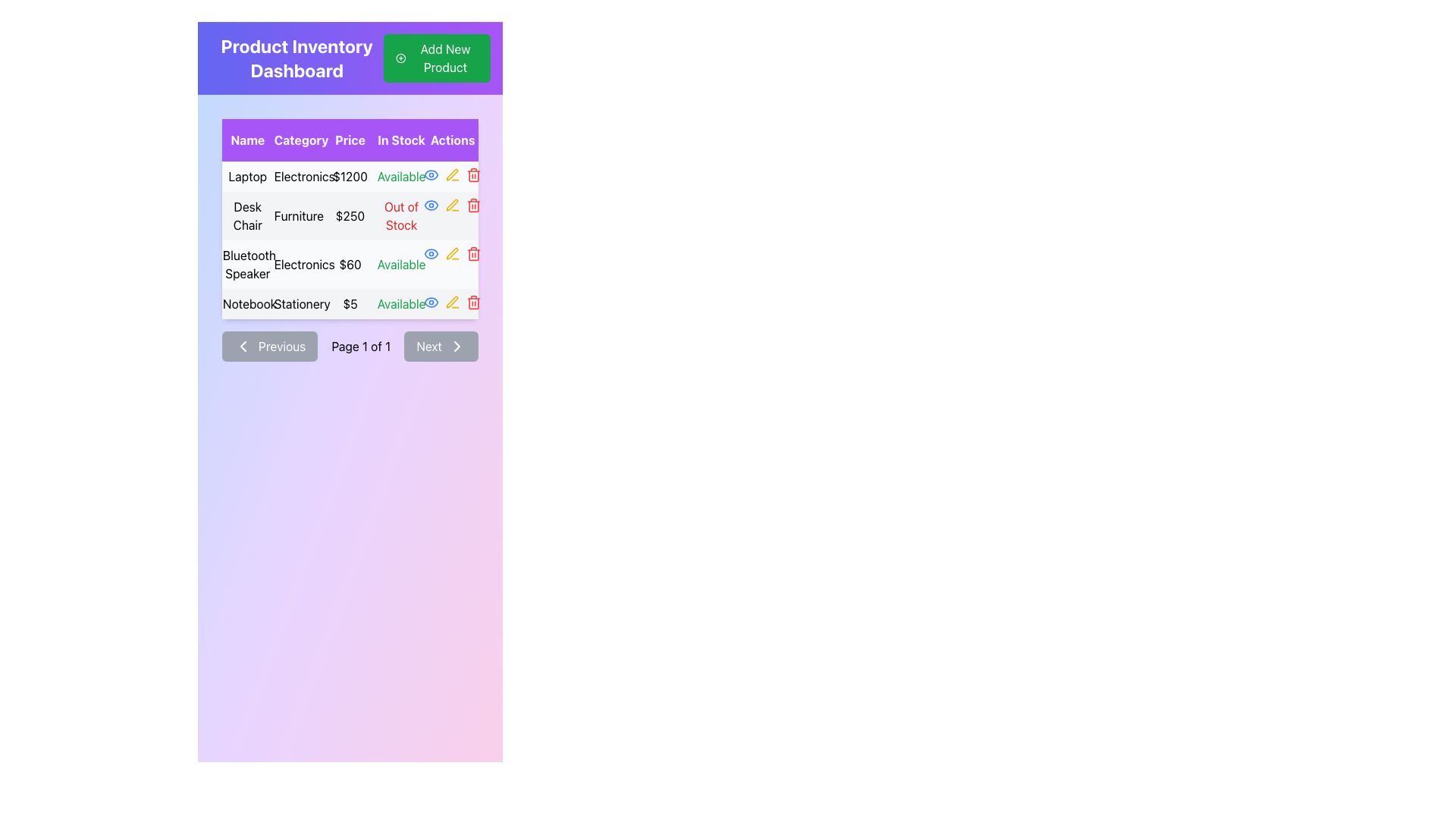 This screenshot has height=819, width=1456. What do you see at coordinates (401, 304) in the screenshot?
I see `the centered text label displaying the word 'Available' in a green font, located in the fourth row of the main table in the 'In Stock' column, following the price '$5' and preceding the action buttons` at bounding box center [401, 304].